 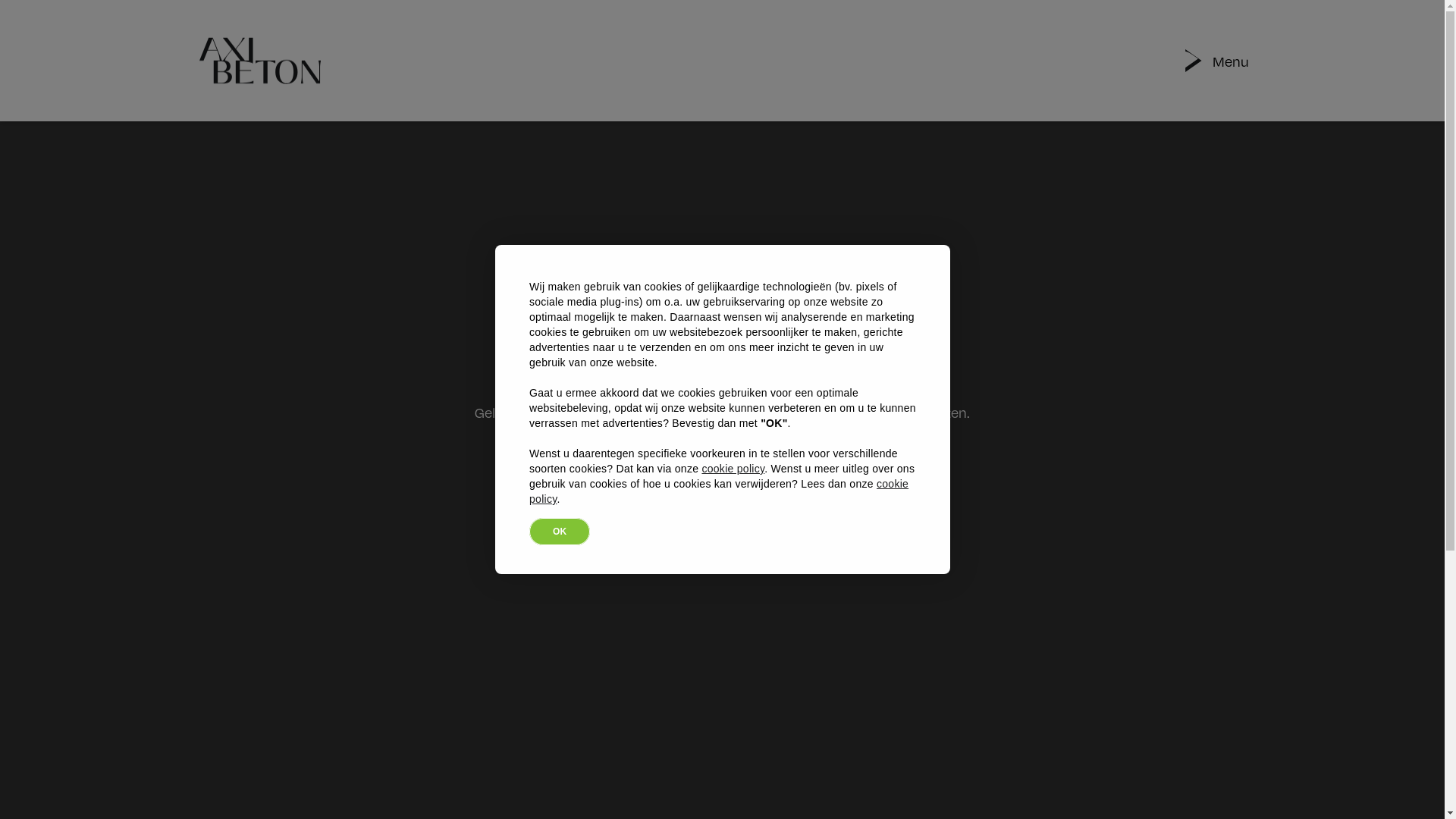 I want to click on 'cookie policy', so click(x=701, y=467).